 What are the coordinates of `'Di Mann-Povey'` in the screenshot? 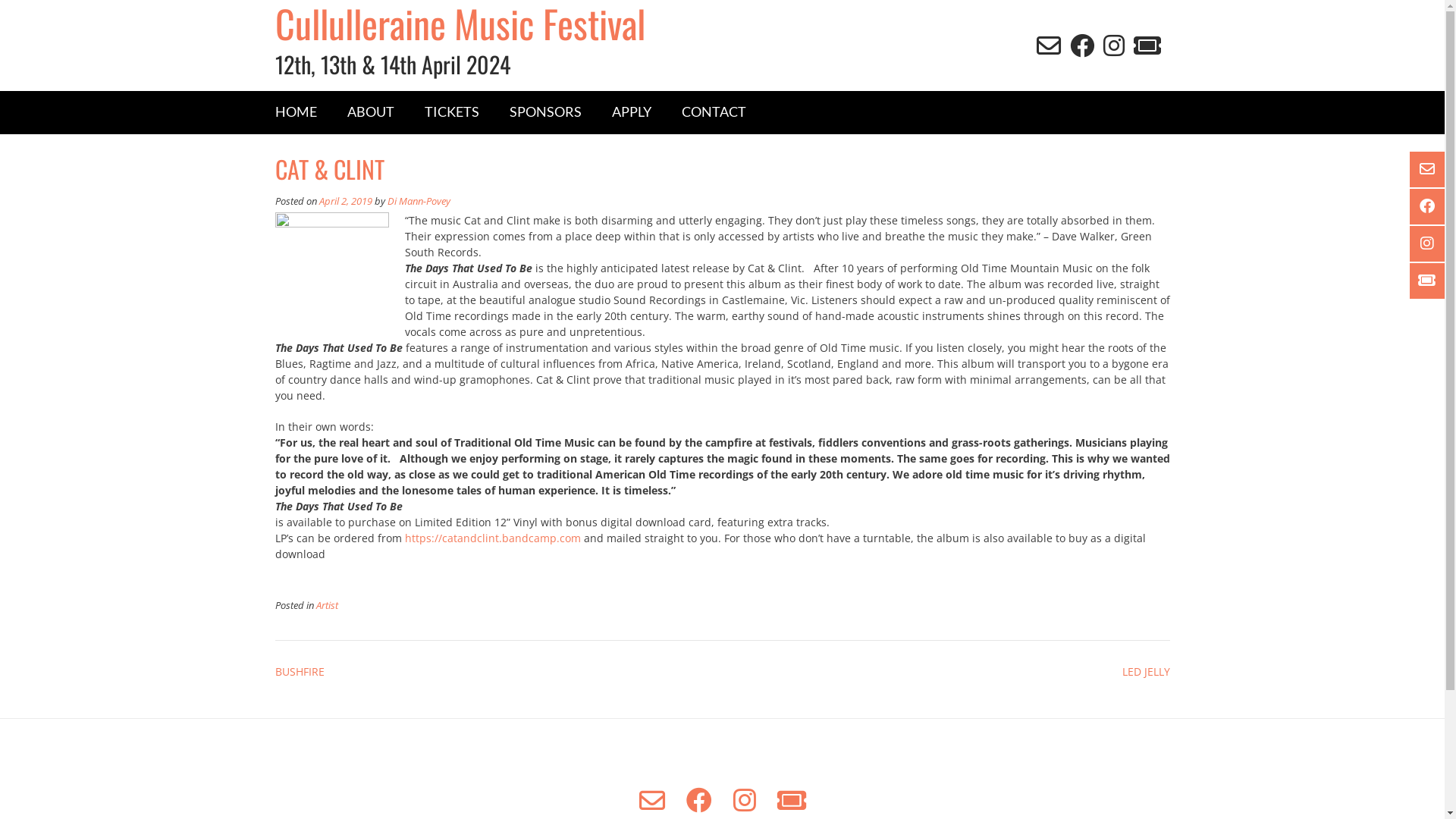 It's located at (418, 200).